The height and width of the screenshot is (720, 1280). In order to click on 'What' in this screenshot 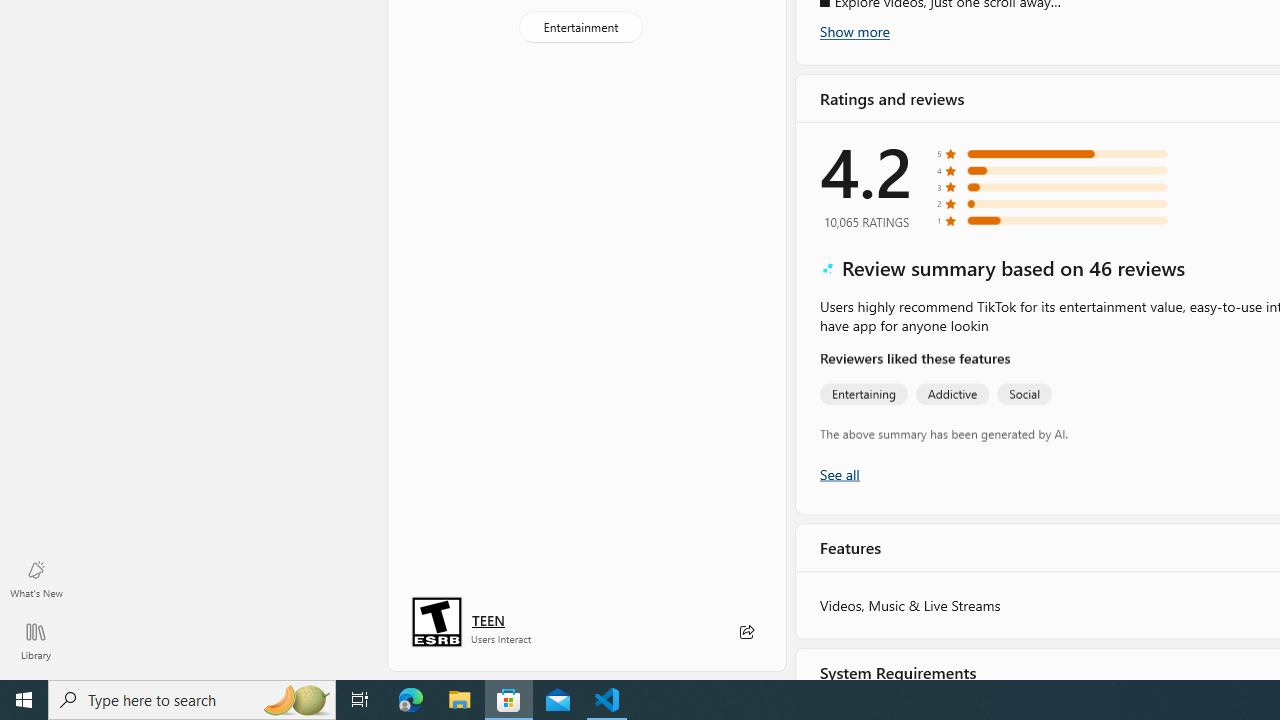, I will do `click(35, 578)`.